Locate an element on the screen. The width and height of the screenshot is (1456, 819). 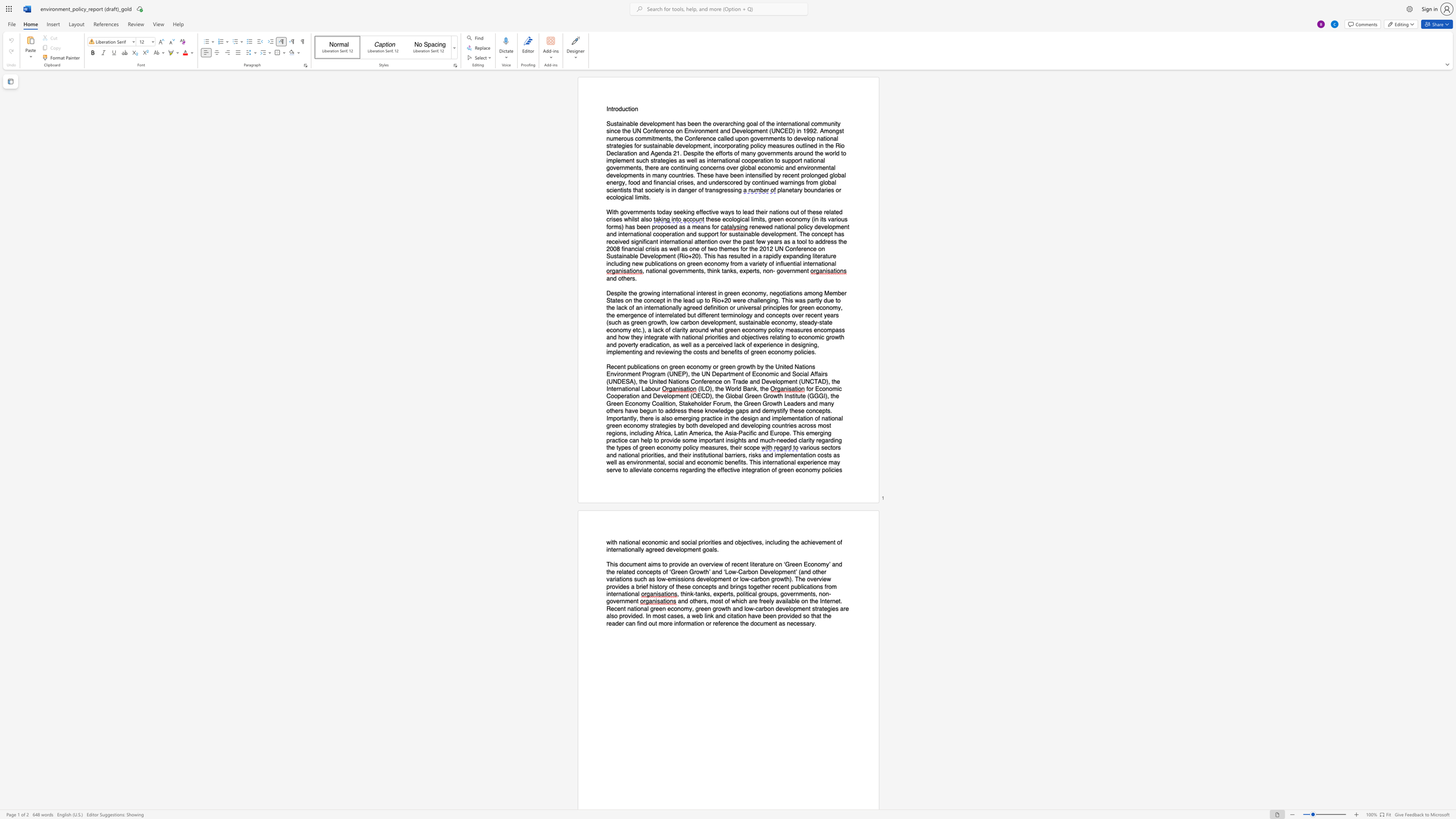
the subset text "ation o" within the text "for Economic Cooperation and Development (OECD), the Global Green Growth Institute (GGGI), the Green Economy Coalition, Stakeholder Forum, the Green Growth Leaders and many others have begun to address these knowledge gaps and demystify these concepts. Importantly, there is also emerging practice in the design and implementation of national green economy strategies by both developed and developing countries across most regions, including Africa, Latin America, the Asia‐Pacific and Europe. This emerging practice can help to provide some important insights and much‐needed clarity" is located at coordinates (800, 418).